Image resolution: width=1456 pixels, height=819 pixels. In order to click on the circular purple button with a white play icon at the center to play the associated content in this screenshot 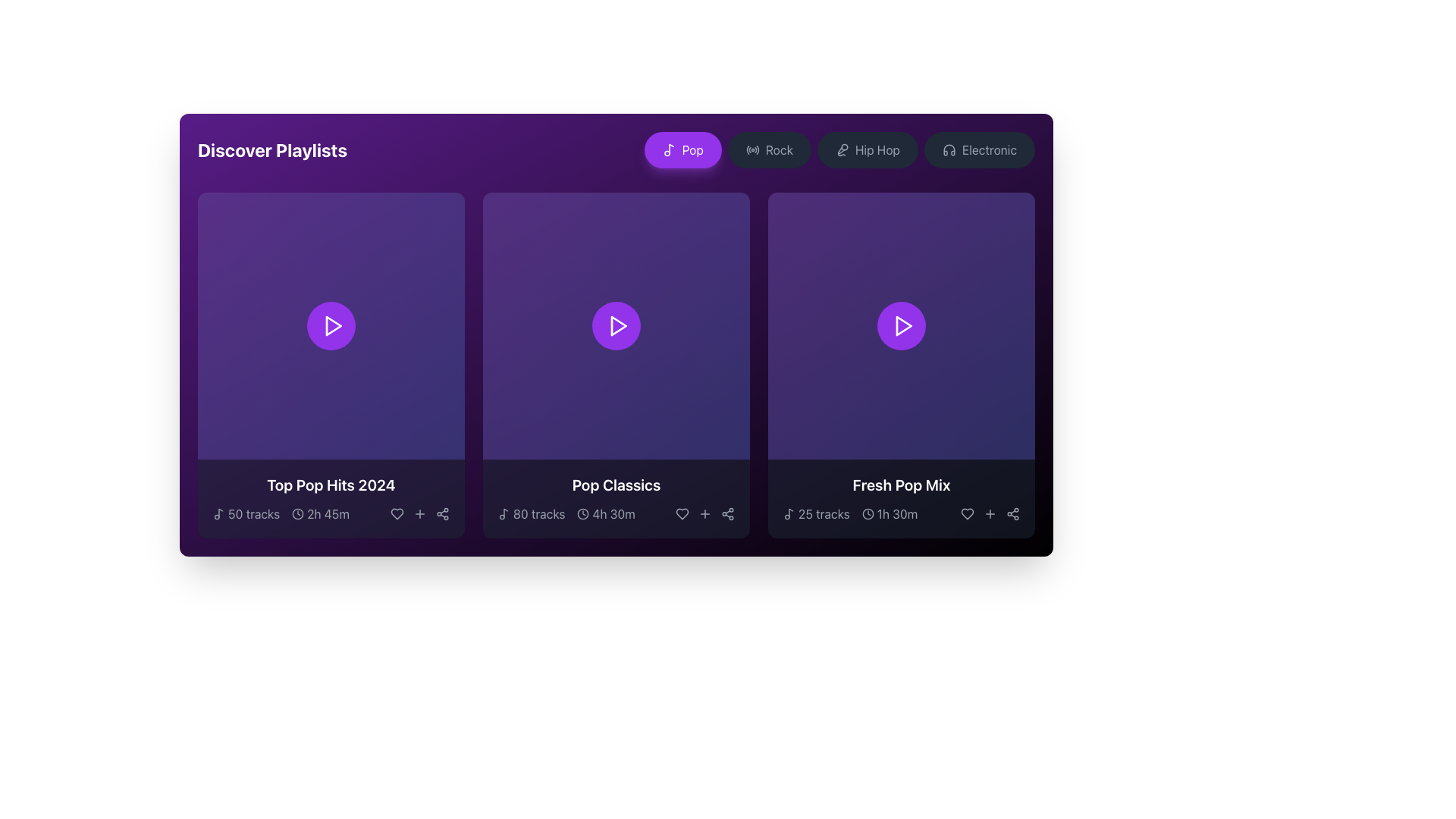, I will do `click(902, 325)`.